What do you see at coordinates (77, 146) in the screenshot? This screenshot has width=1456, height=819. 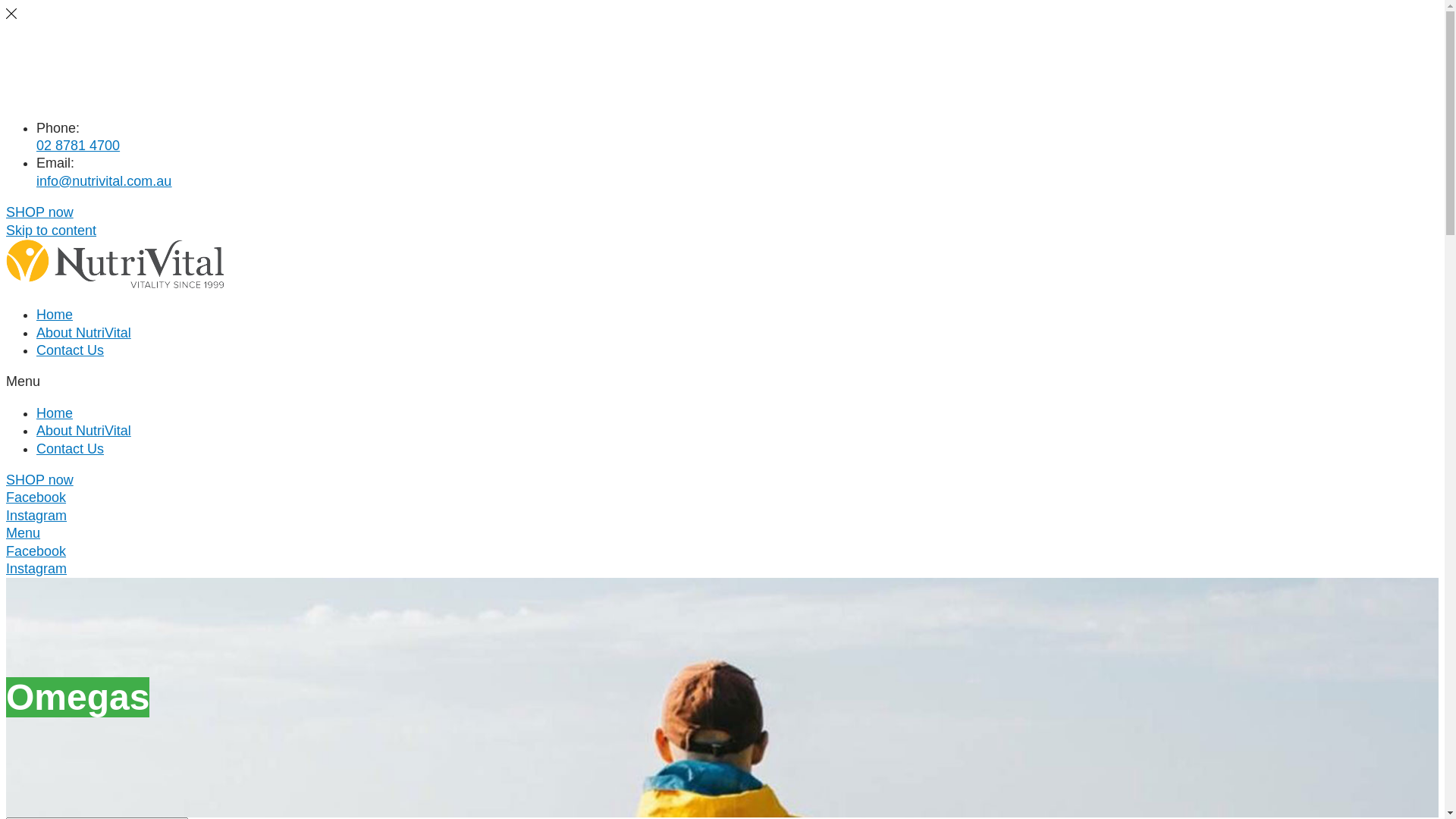 I see `'02 8781 4700'` at bounding box center [77, 146].